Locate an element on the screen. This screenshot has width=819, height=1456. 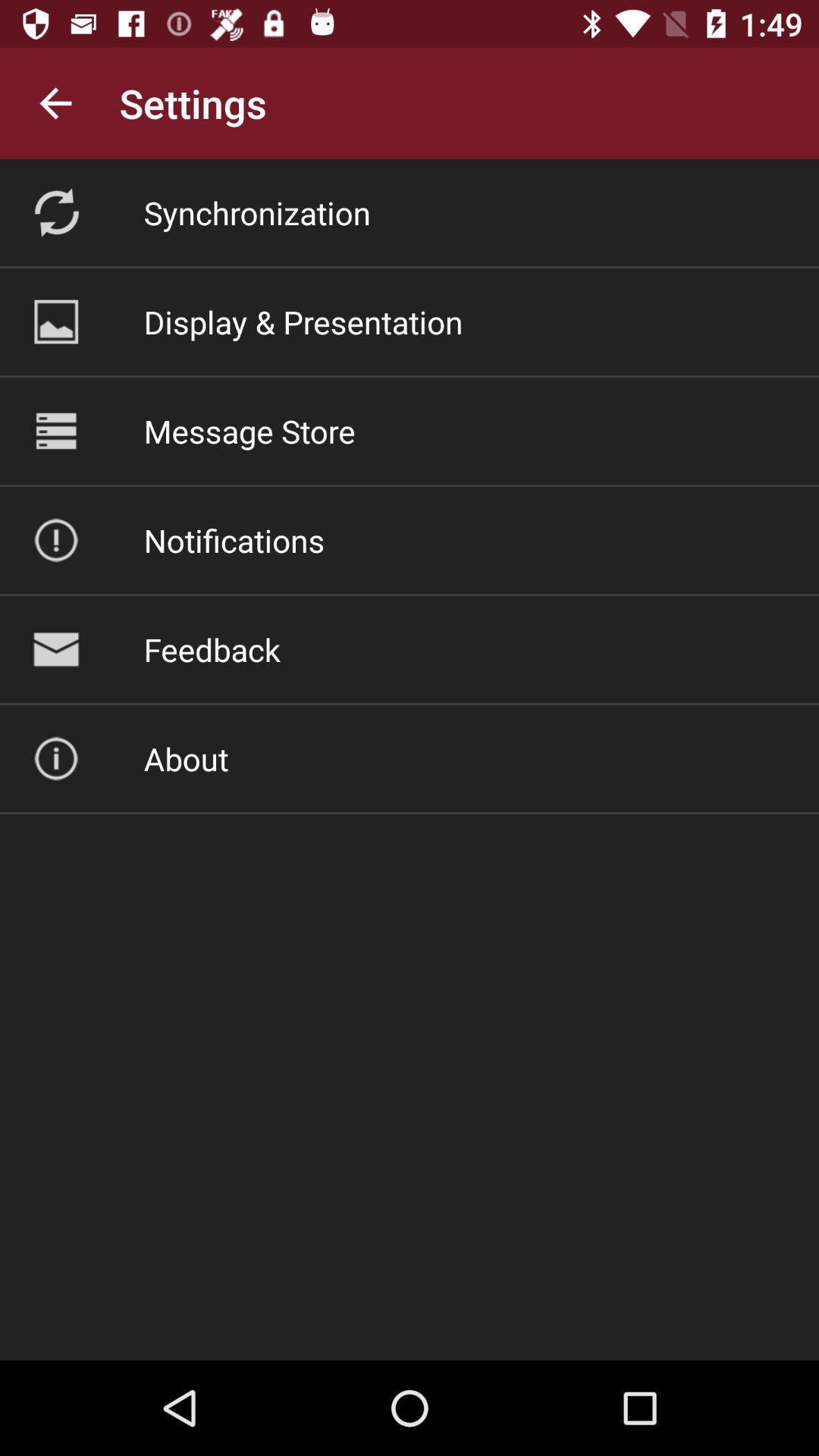
display & presentation item is located at coordinates (303, 321).